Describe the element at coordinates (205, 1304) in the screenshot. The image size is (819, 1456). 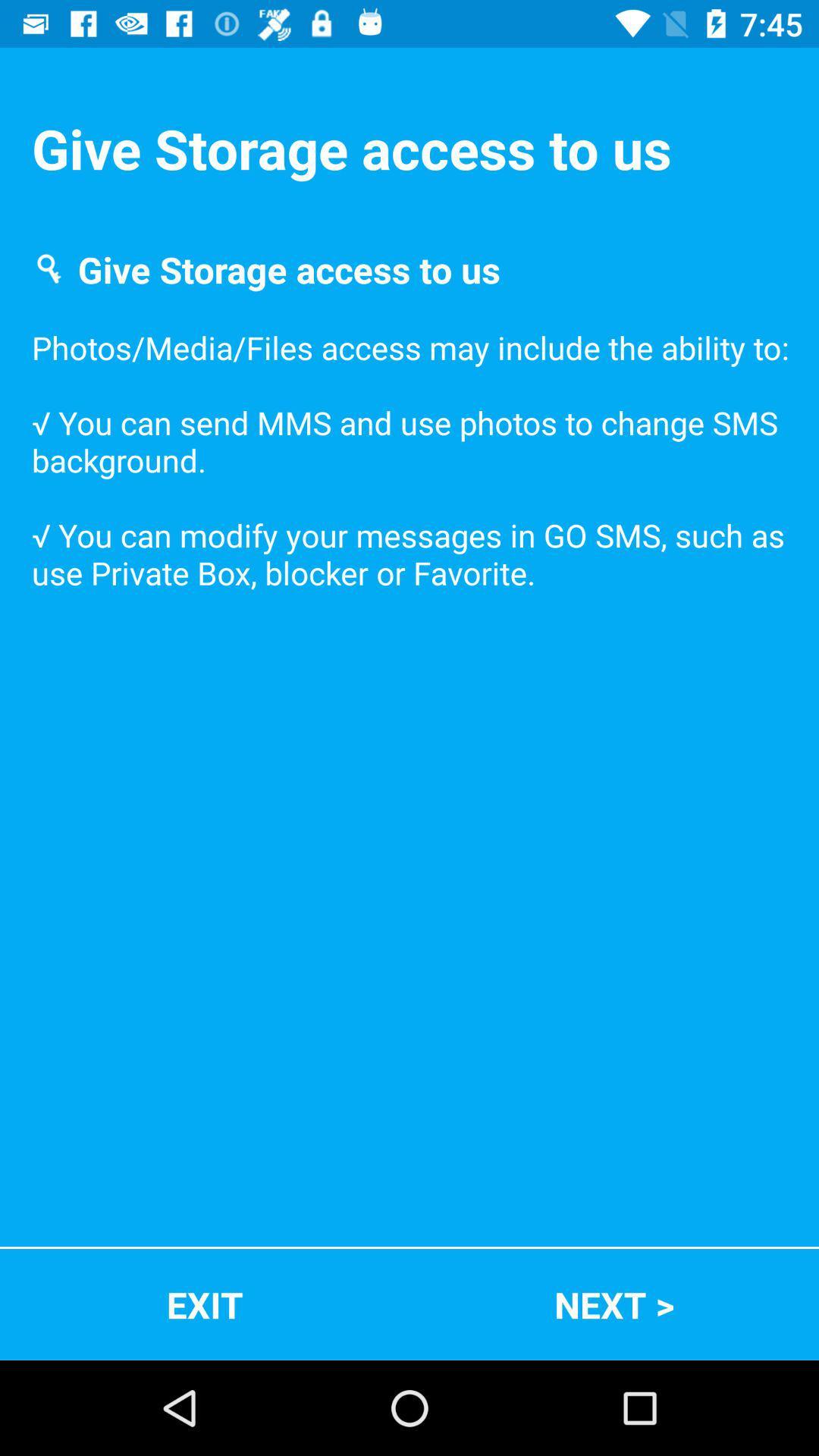
I see `the icon next to next >` at that location.